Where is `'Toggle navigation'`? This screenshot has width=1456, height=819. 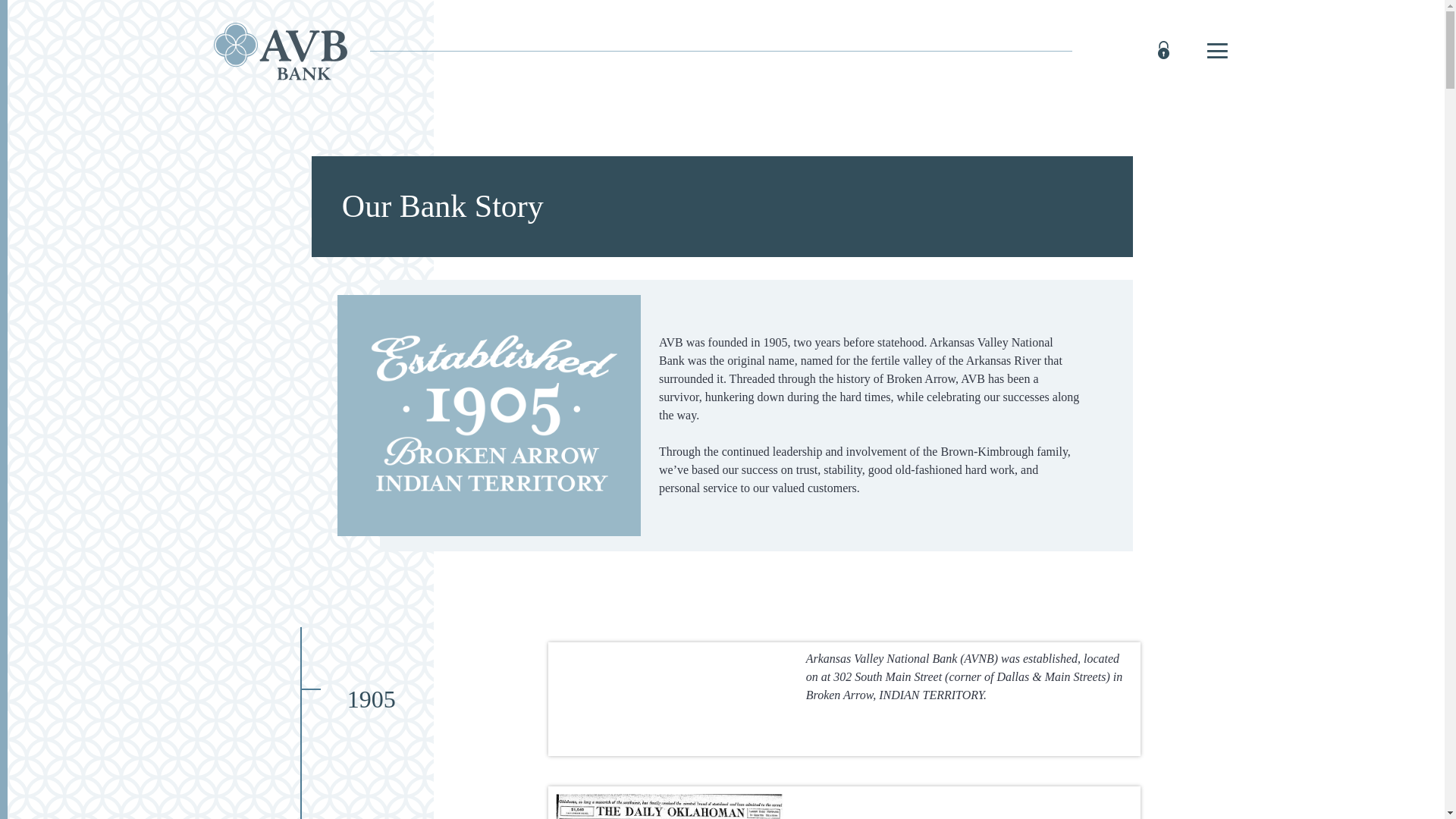
'Toggle navigation' is located at coordinates (1216, 51).